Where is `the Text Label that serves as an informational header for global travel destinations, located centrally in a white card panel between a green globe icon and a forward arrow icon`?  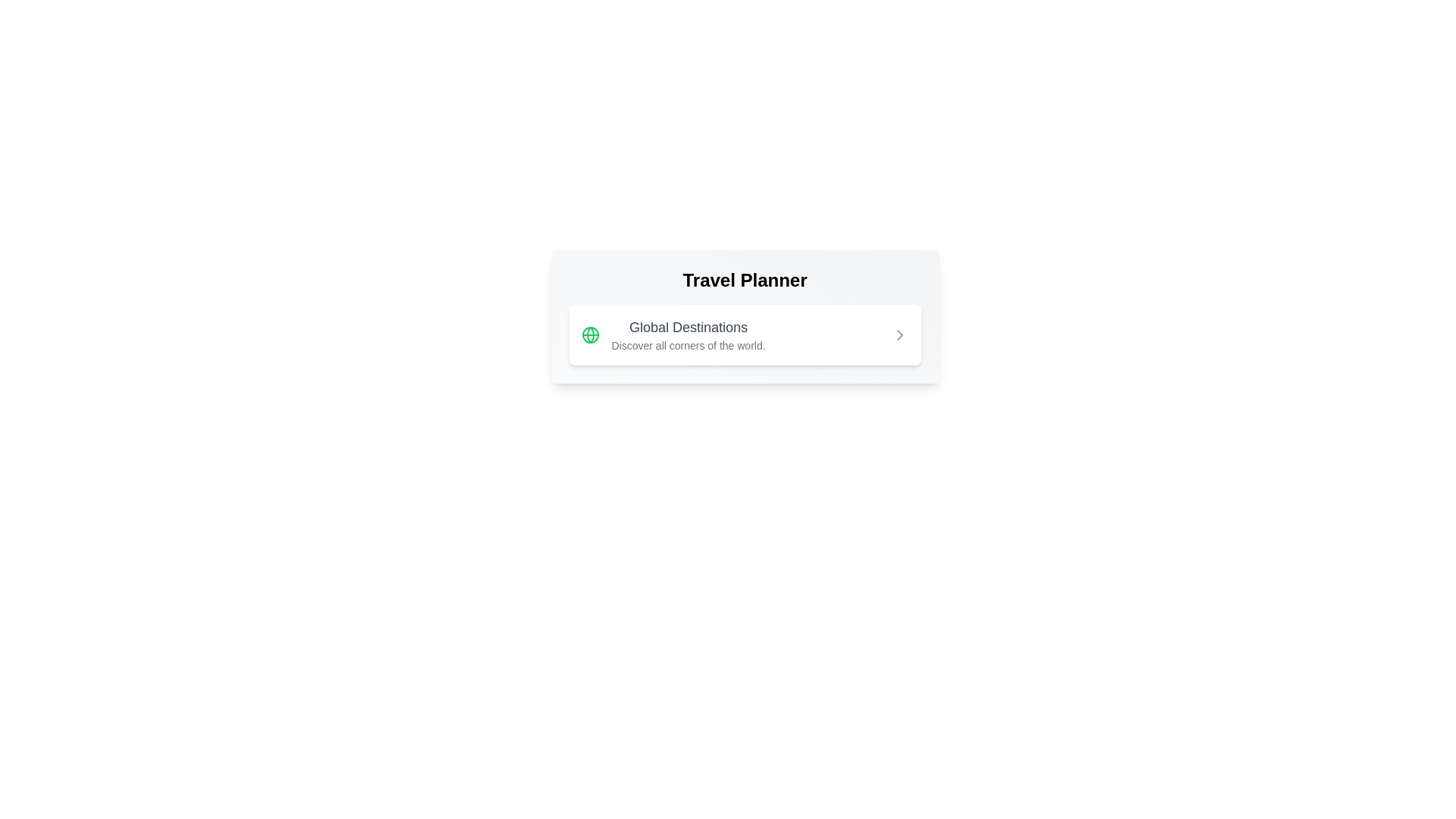
the Text Label that serves as an informational header for global travel destinations, located centrally in a white card panel between a green globe icon and a forward arrow icon is located at coordinates (687, 334).